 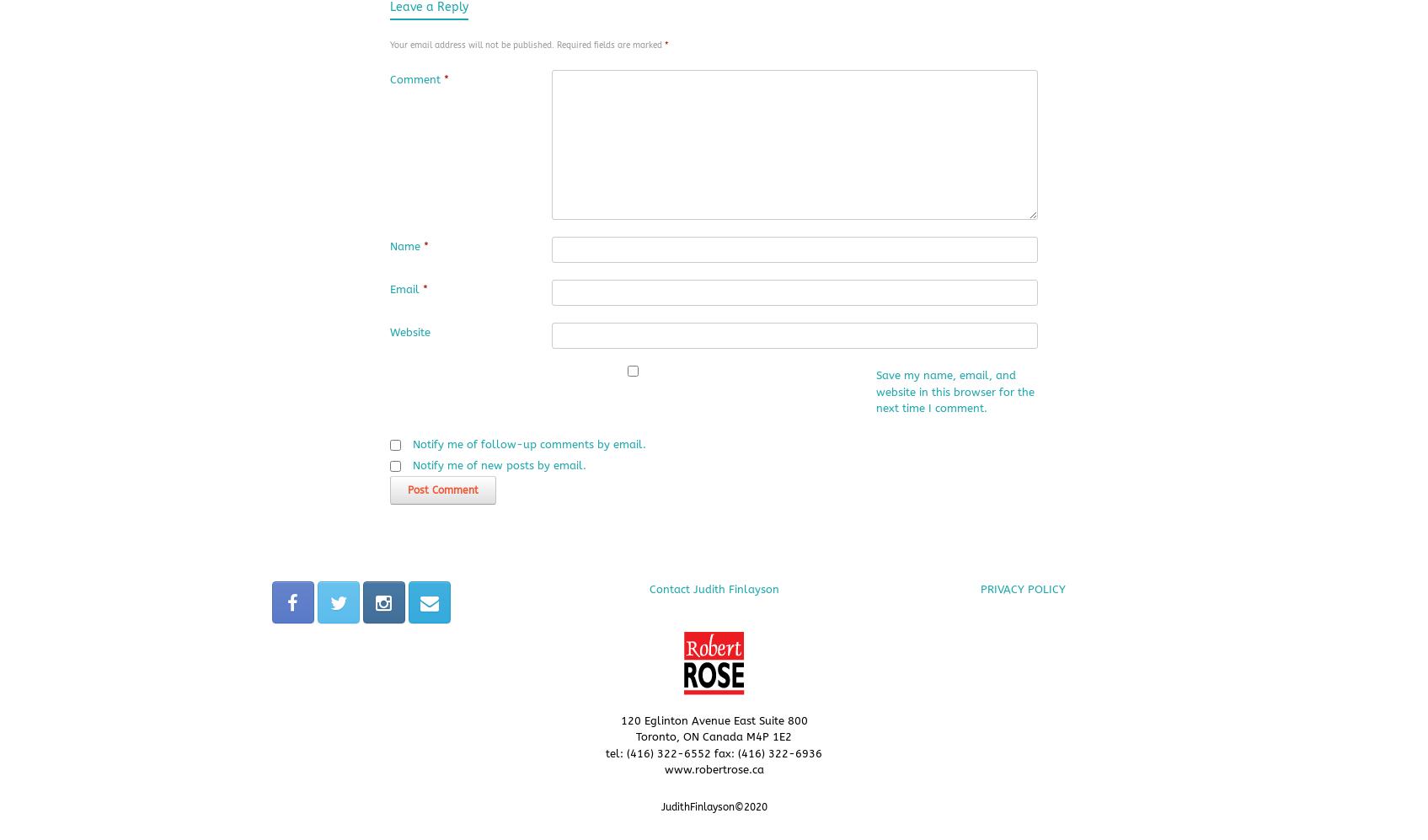 I want to click on 'Name', so click(x=405, y=246).